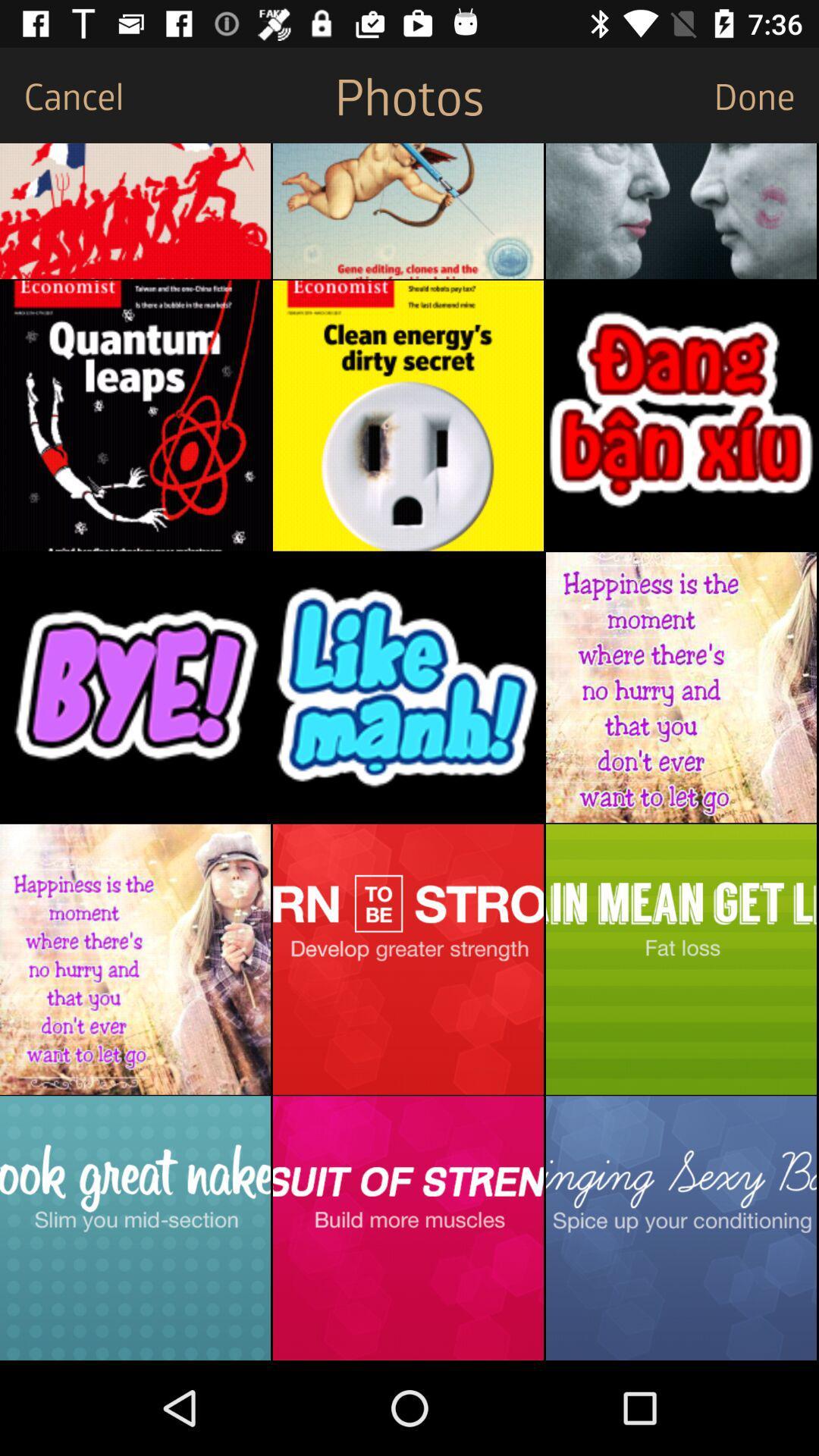 The width and height of the screenshot is (819, 1456). What do you see at coordinates (61, 94) in the screenshot?
I see `cancel item` at bounding box center [61, 94].